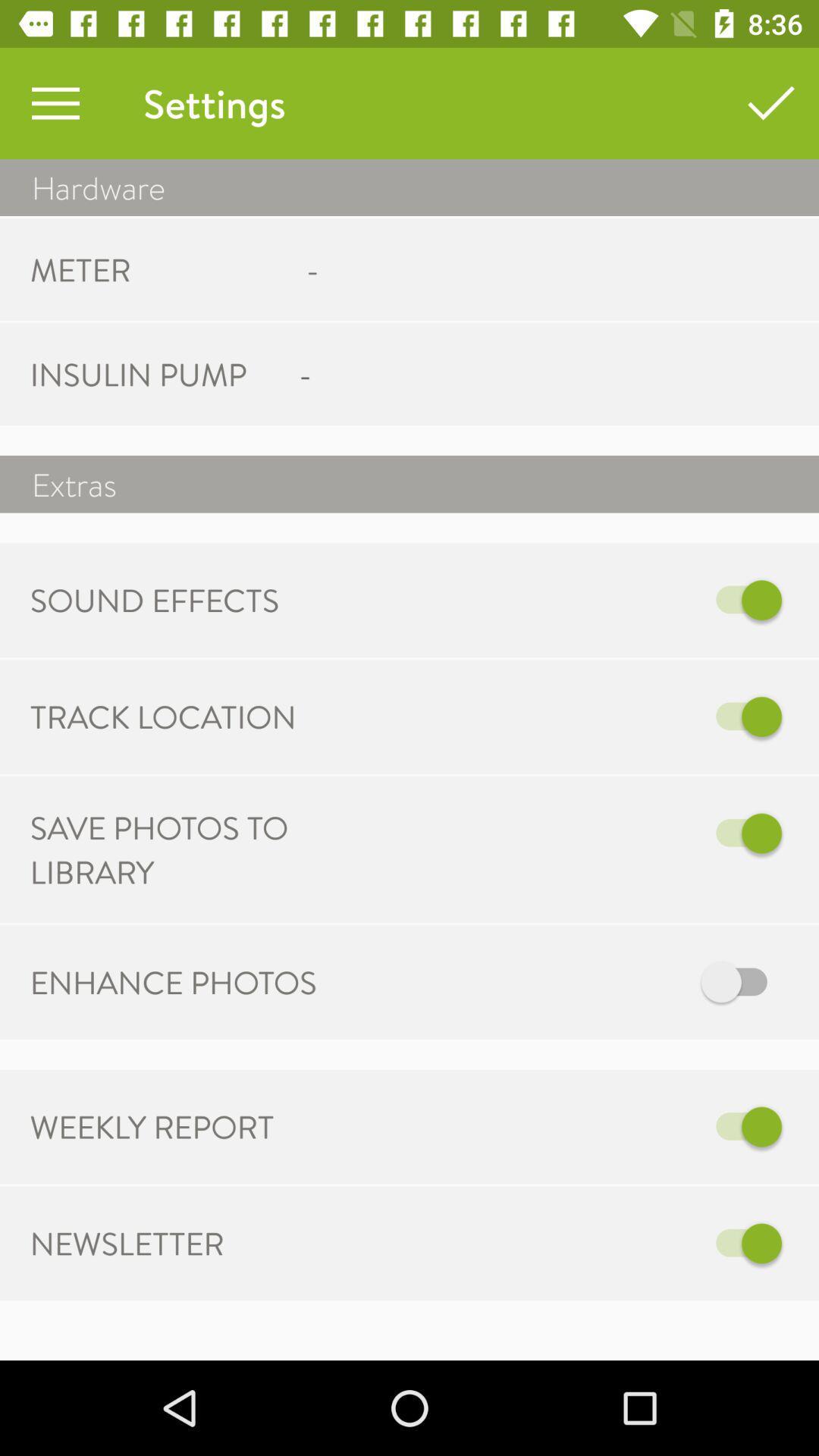 This screenshot has height=1456, width=819. What do you see at coordinates (566, 982) in the screenshot?
I see `option` at bounding box center [566, 982].